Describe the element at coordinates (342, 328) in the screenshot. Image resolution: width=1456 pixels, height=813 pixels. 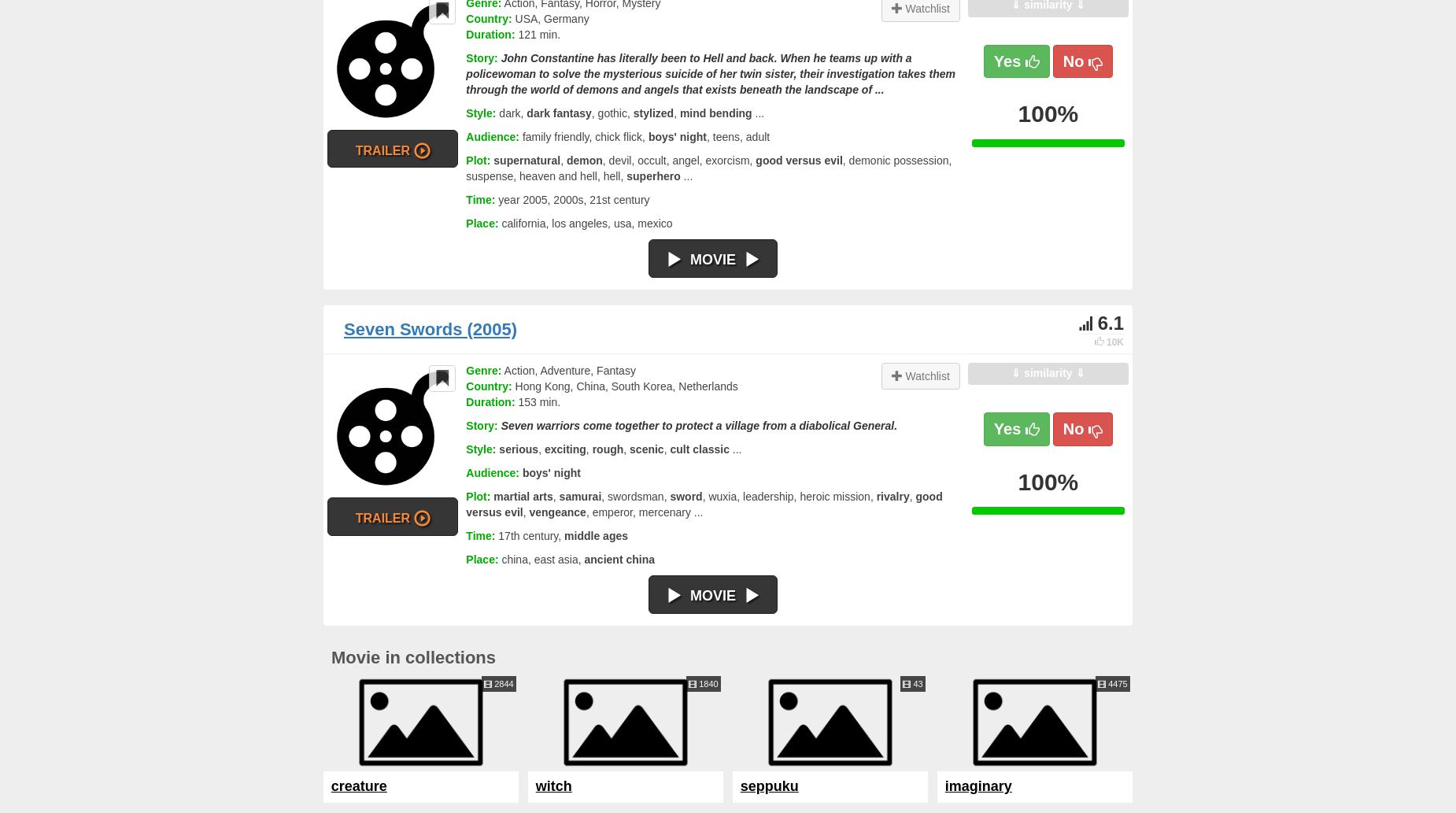
I see `'Seven Swords (2005)'` at that location.